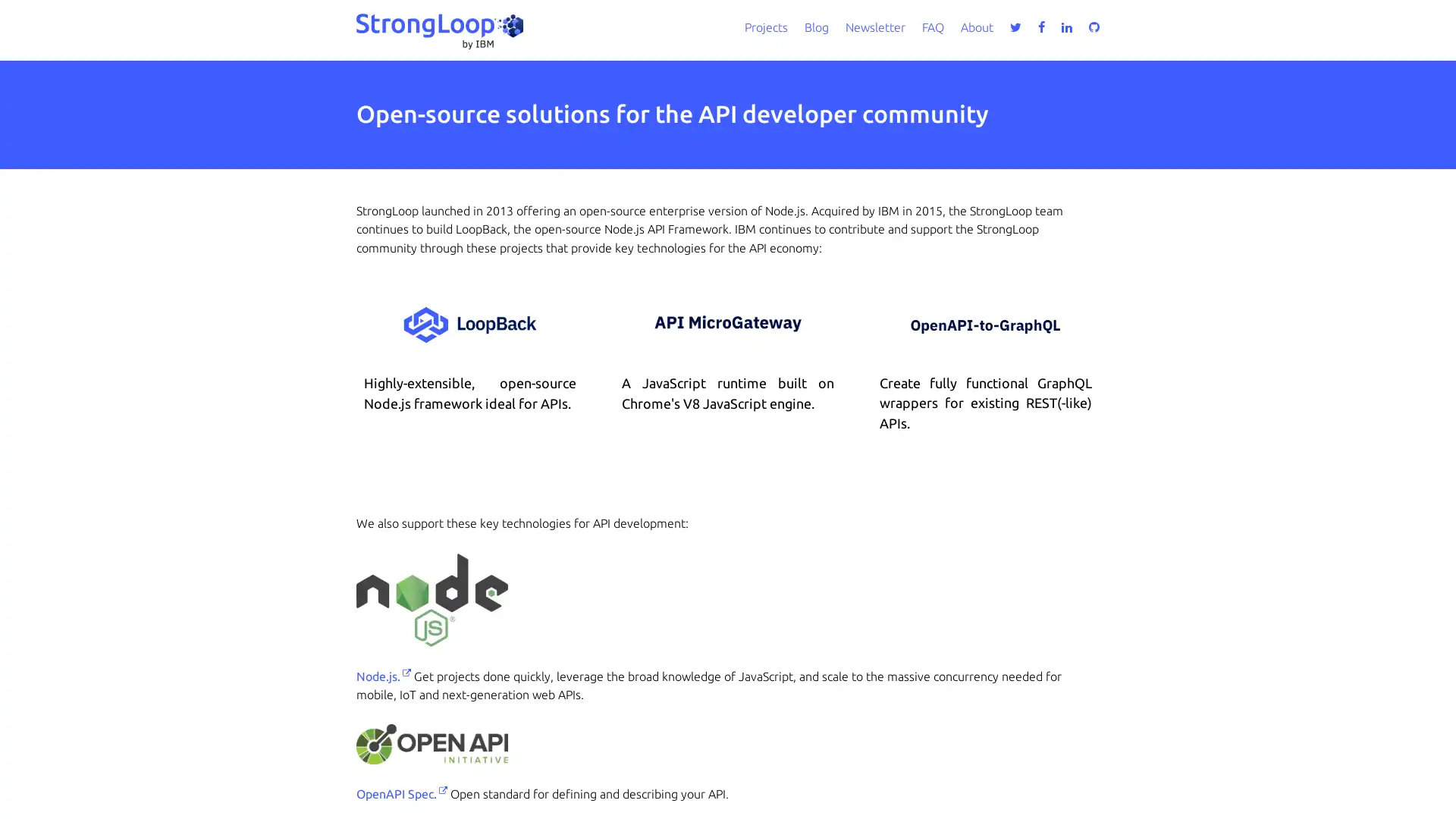 This screenshot has width=1456, height=819. I want to click on close icon, so click(1444, 704).